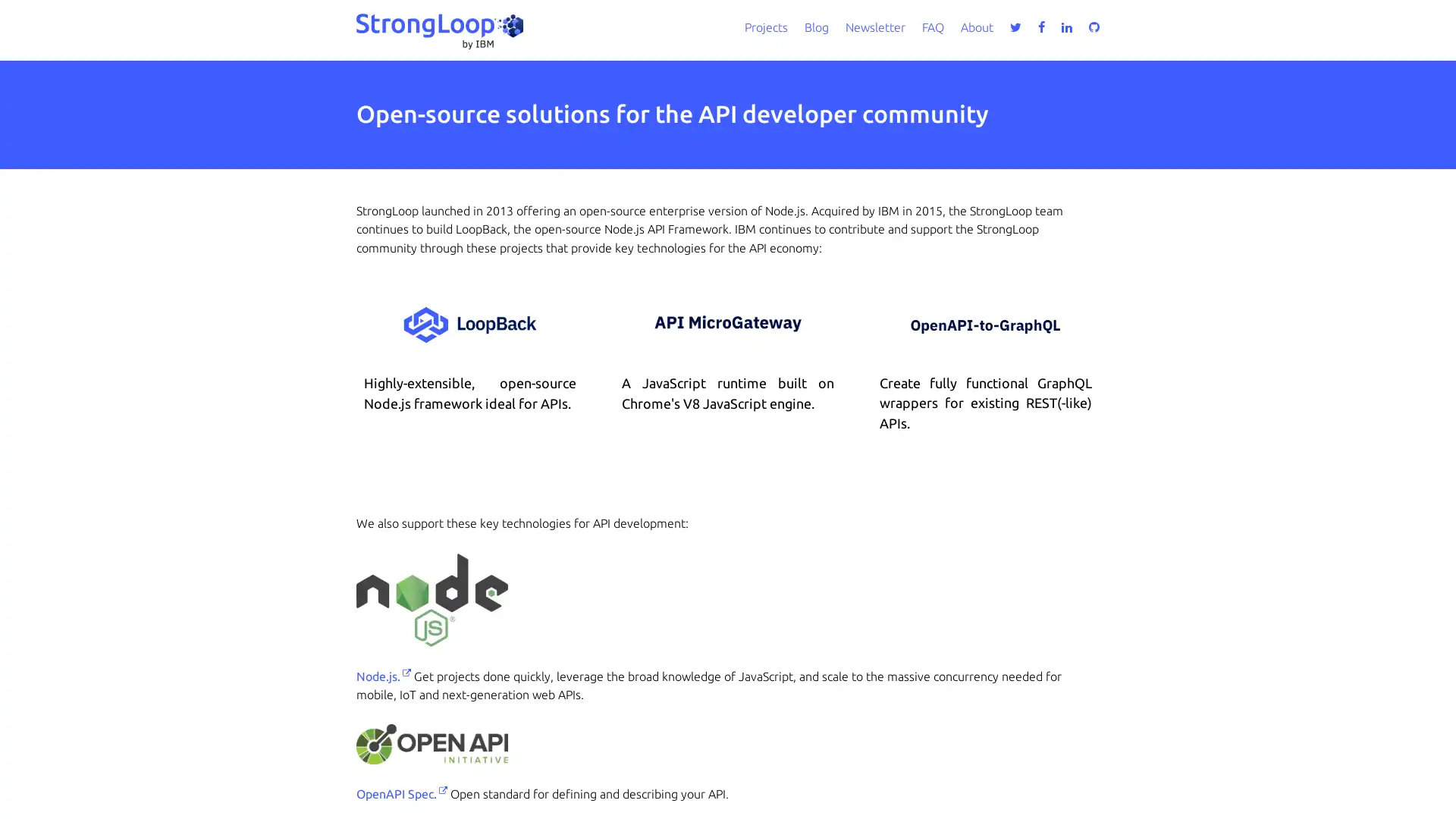 This screenshot has width=1456, height=819. I want to click on close icon, so click(1444, 704).